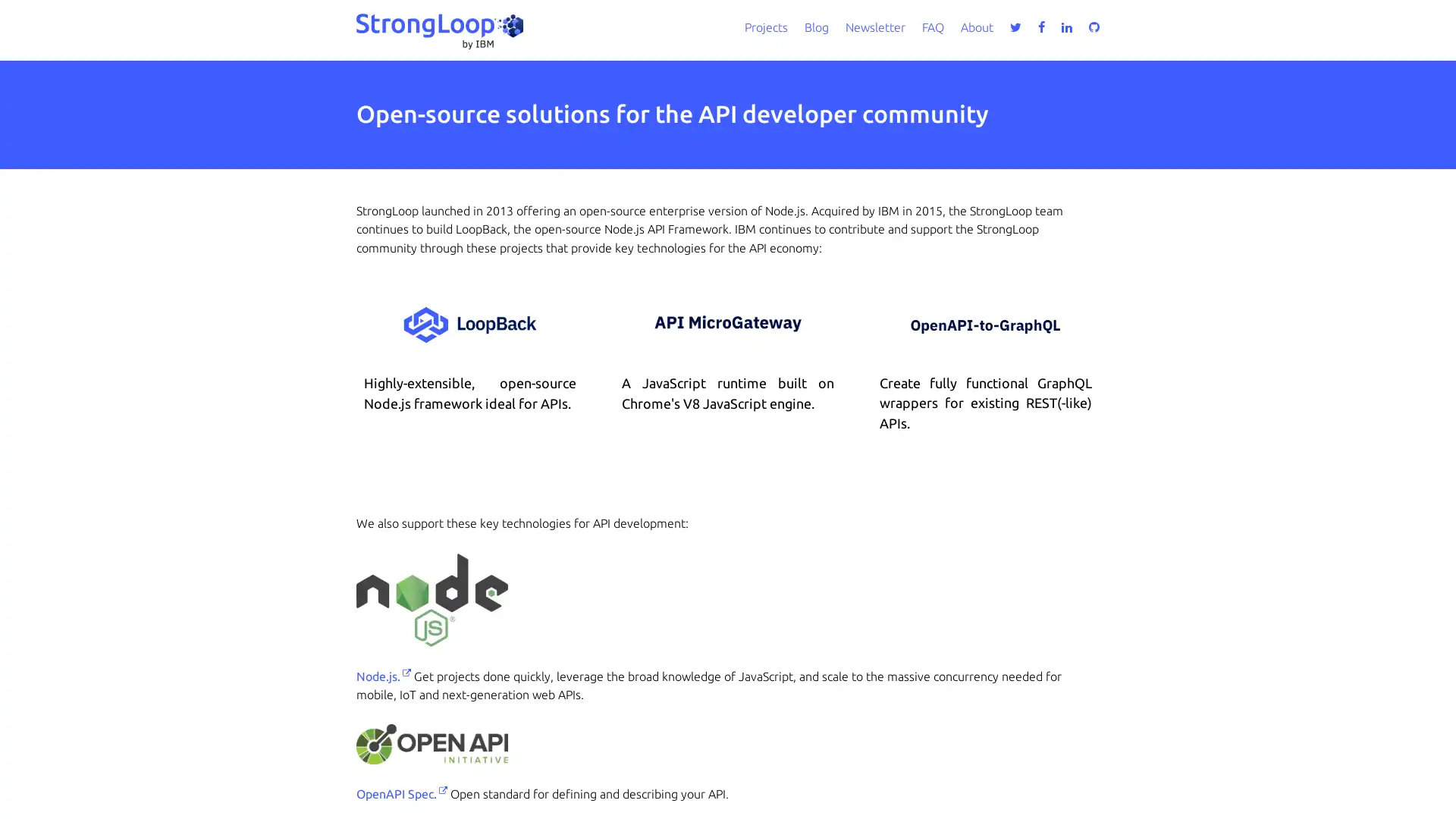 This screenshot has width=1456, height=819. I want to click on close icon, so click(1444, 704).